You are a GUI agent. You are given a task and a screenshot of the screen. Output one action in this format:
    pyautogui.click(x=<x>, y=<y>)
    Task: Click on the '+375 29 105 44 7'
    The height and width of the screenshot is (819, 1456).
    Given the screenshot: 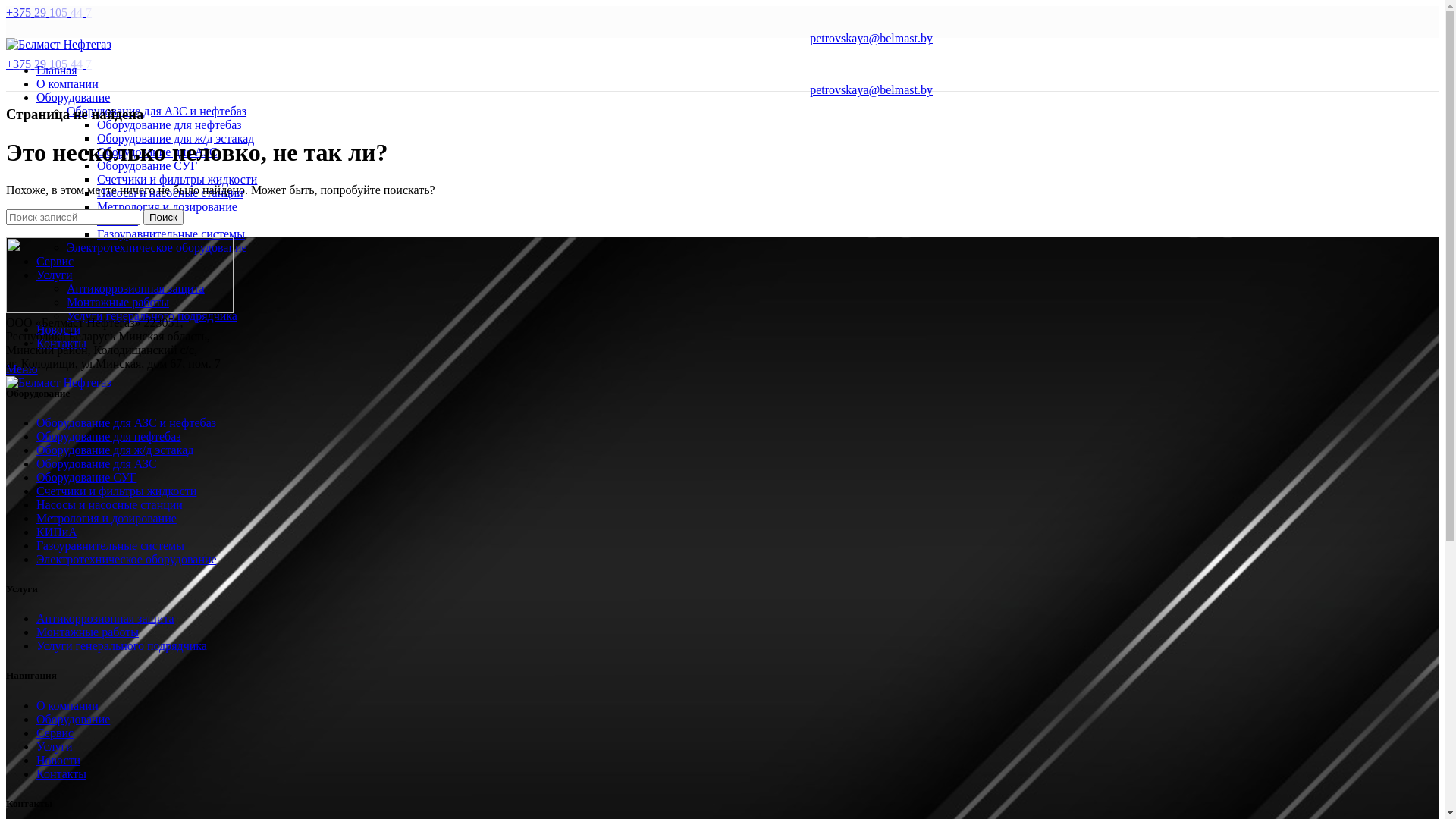 What is the action you would take?
    pyautogui.click(x=6, y=12)
    